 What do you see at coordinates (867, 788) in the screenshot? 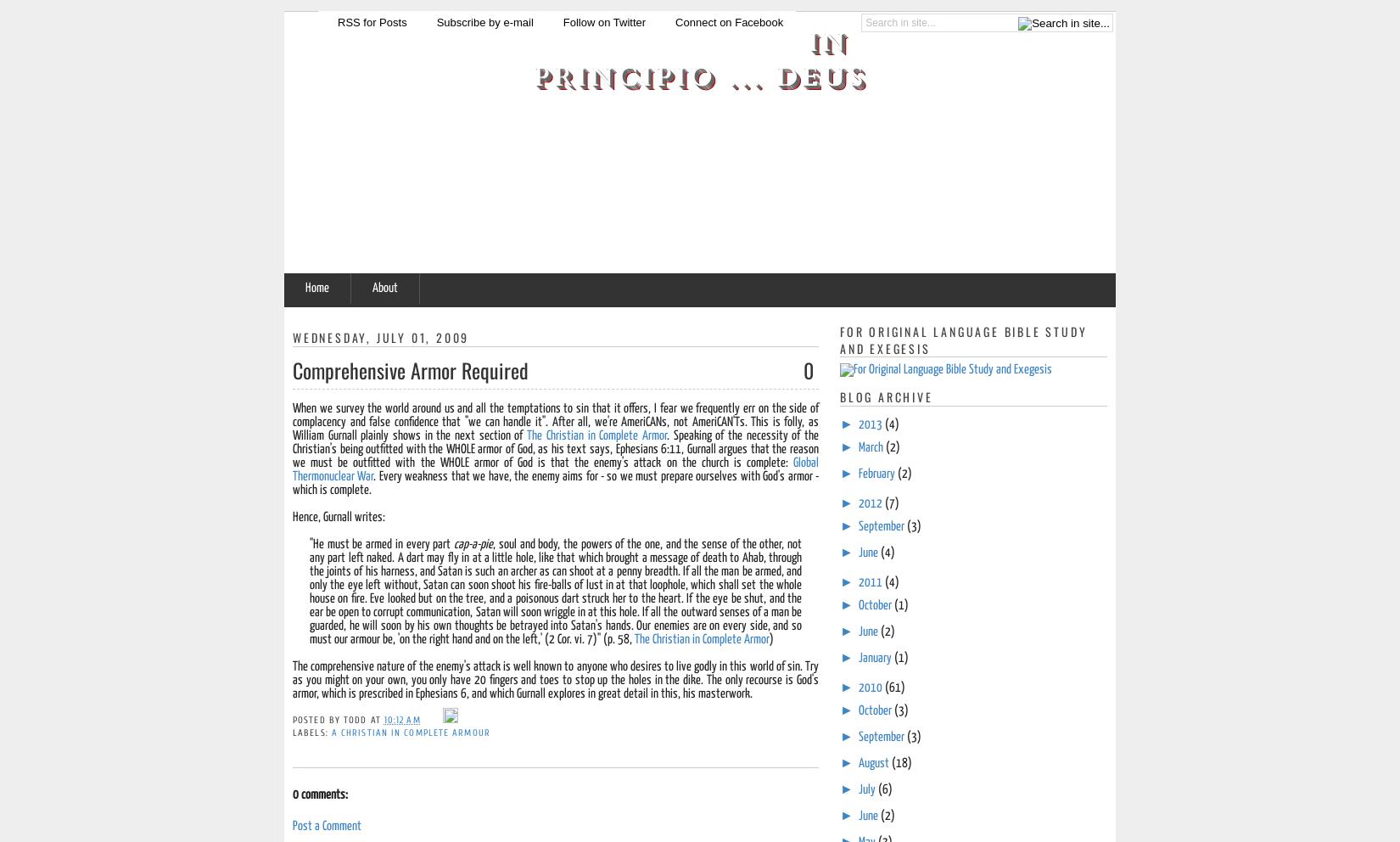
I see `'July'` at bounding box center [867, 788].